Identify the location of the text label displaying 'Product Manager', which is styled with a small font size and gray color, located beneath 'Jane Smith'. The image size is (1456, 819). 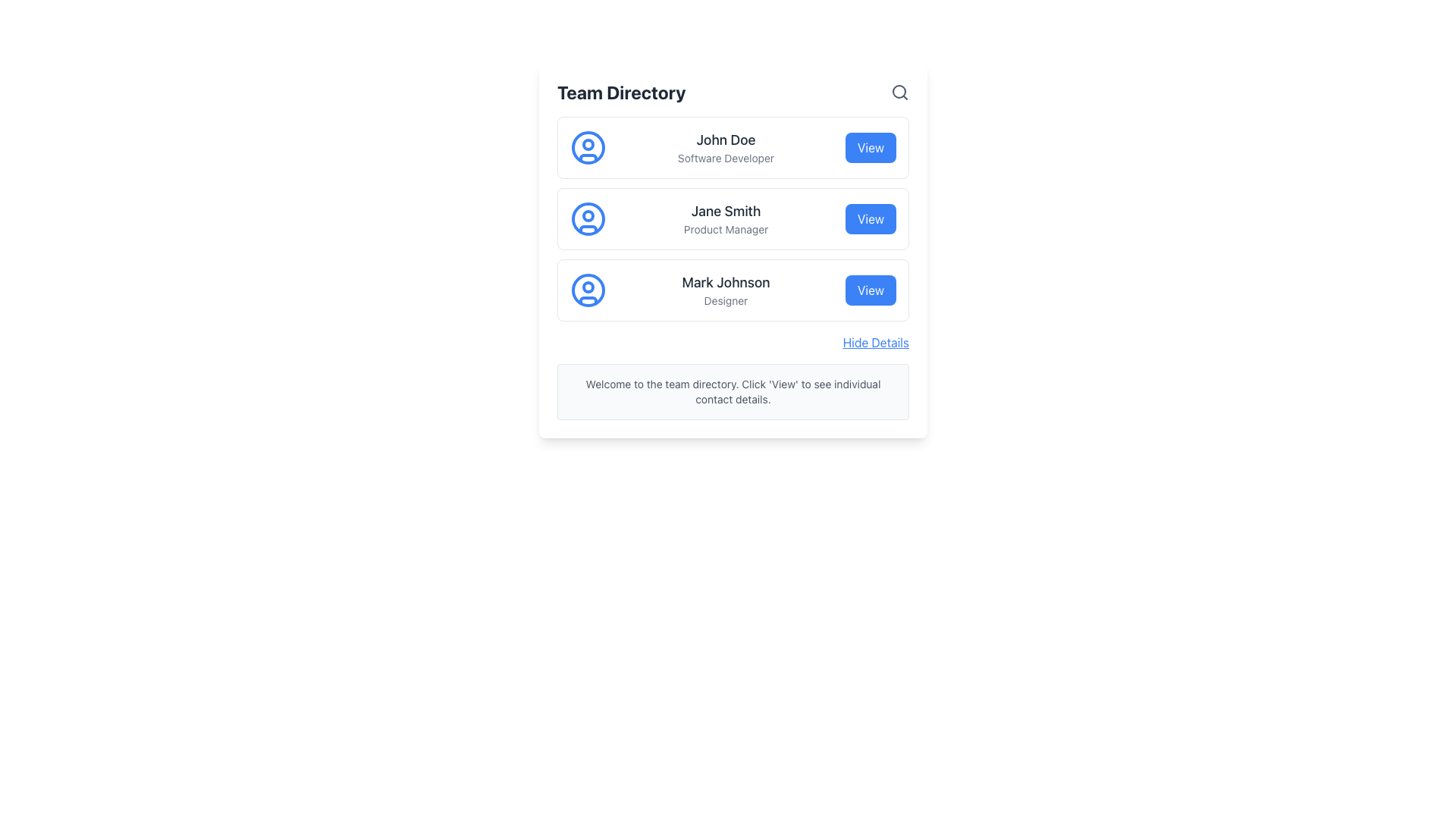
(725, 230).